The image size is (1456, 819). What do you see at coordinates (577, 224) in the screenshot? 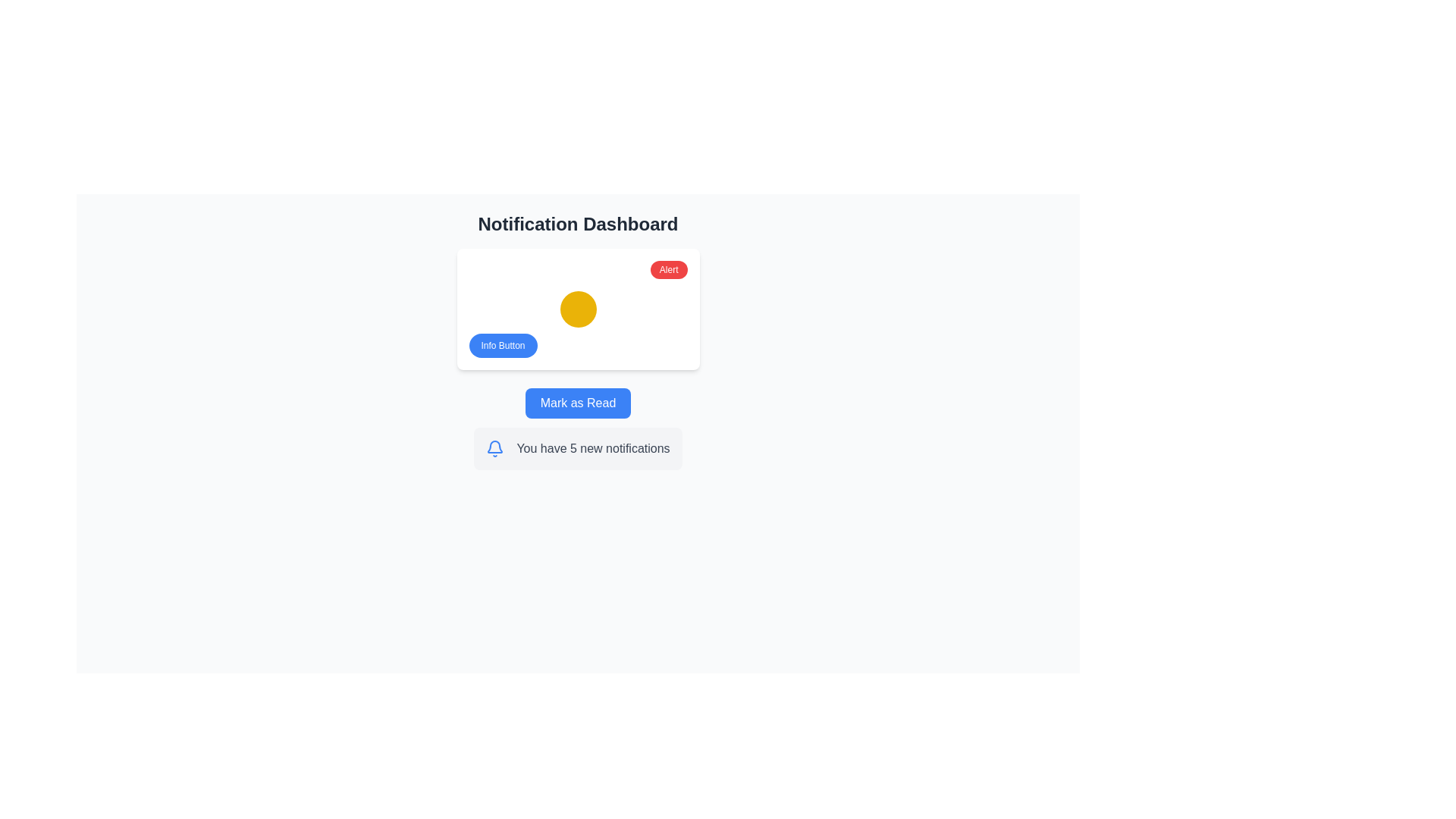
I see `the prominent textual header labeled 'Notification Dashboard' which is styled in bold and large dark gray font, located at the top-center of the interface` at bounding box center [577, 224].